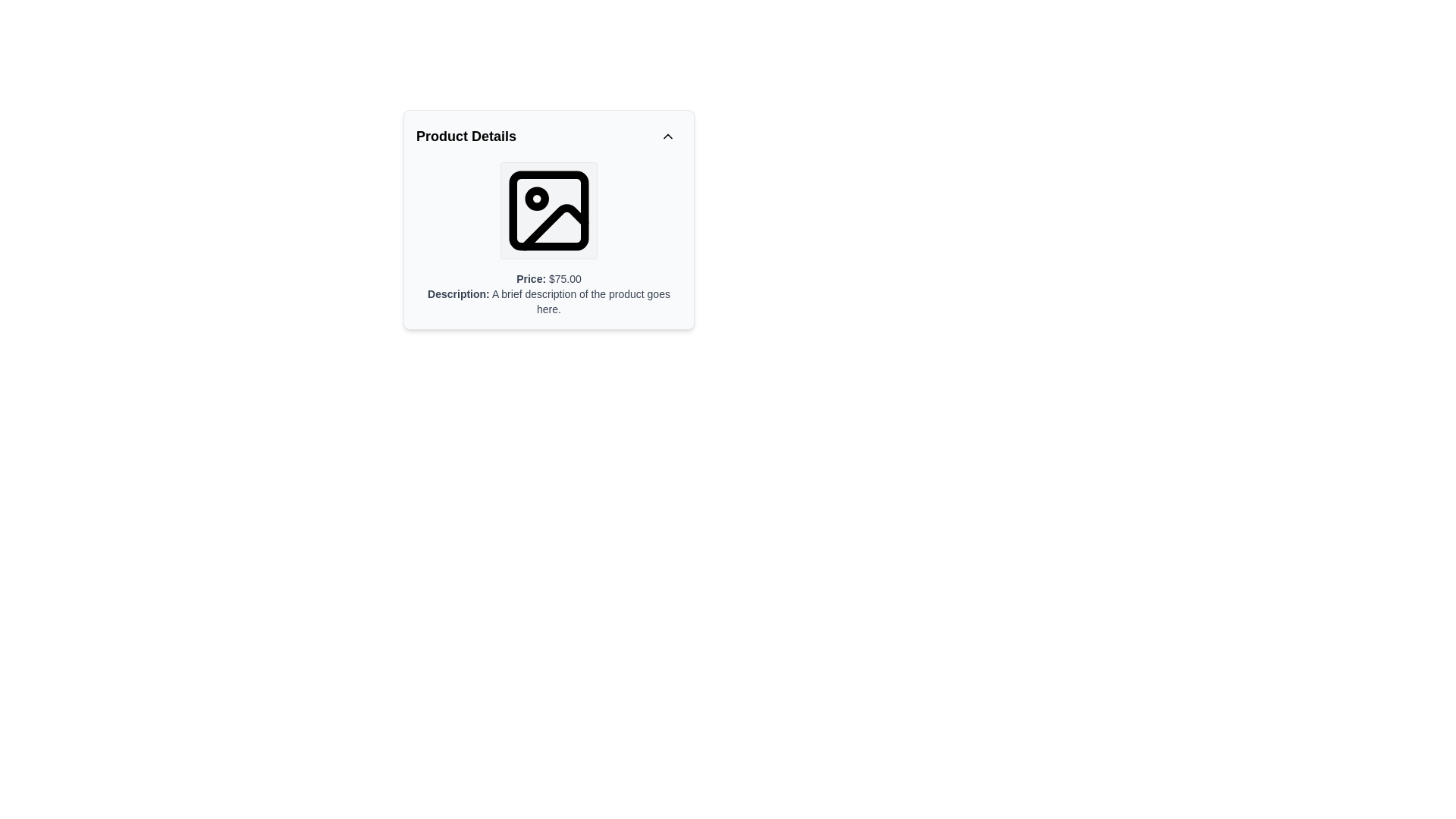 The height and width of the screenshot is (819, 1456). I want to click on the product icon located above the price and description text in the 'Product Details' card layout, so click(548, 210).